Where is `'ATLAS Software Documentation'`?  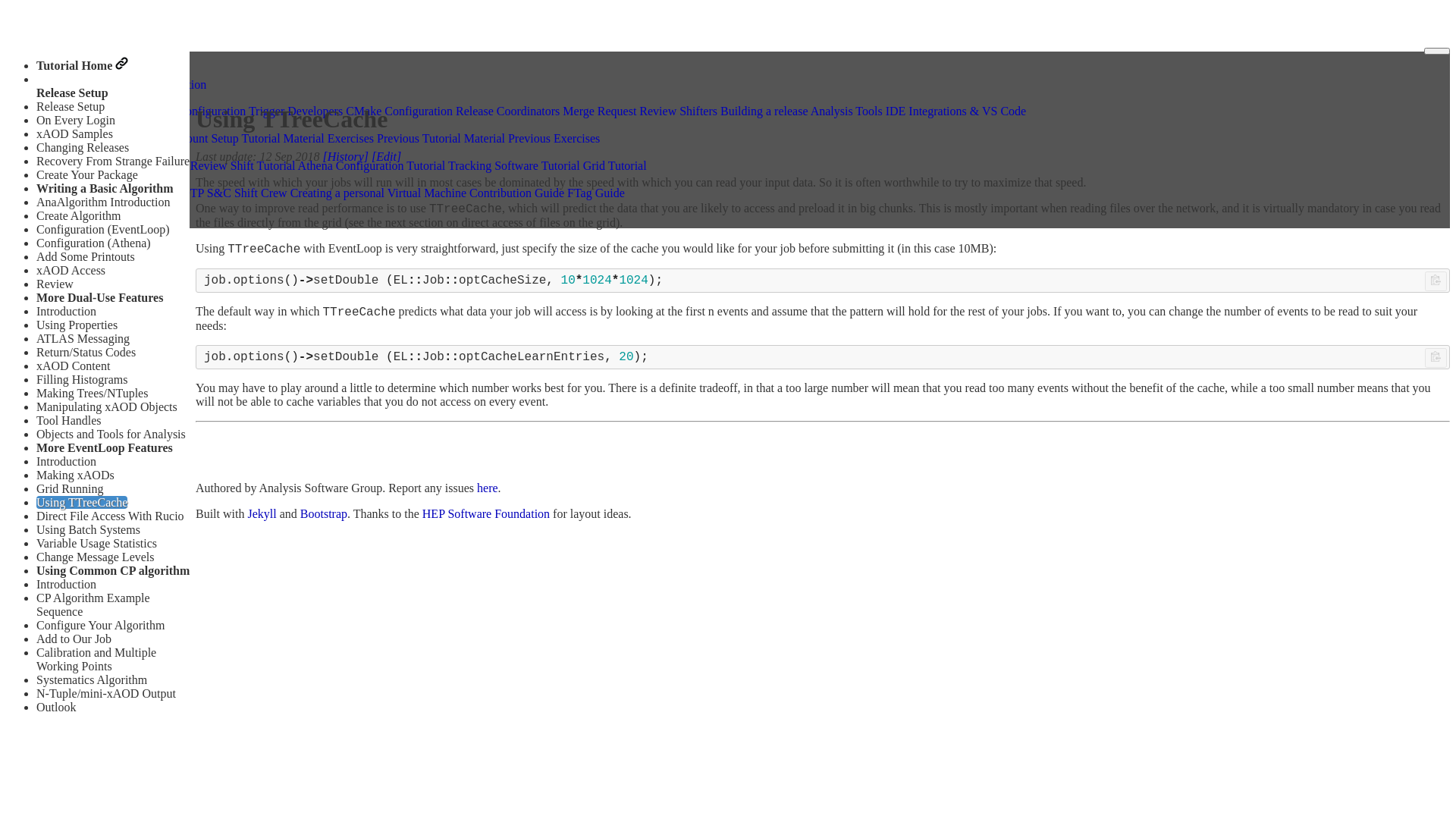
'ATLAS Software Documentation' is located at coordinates (43, 83).